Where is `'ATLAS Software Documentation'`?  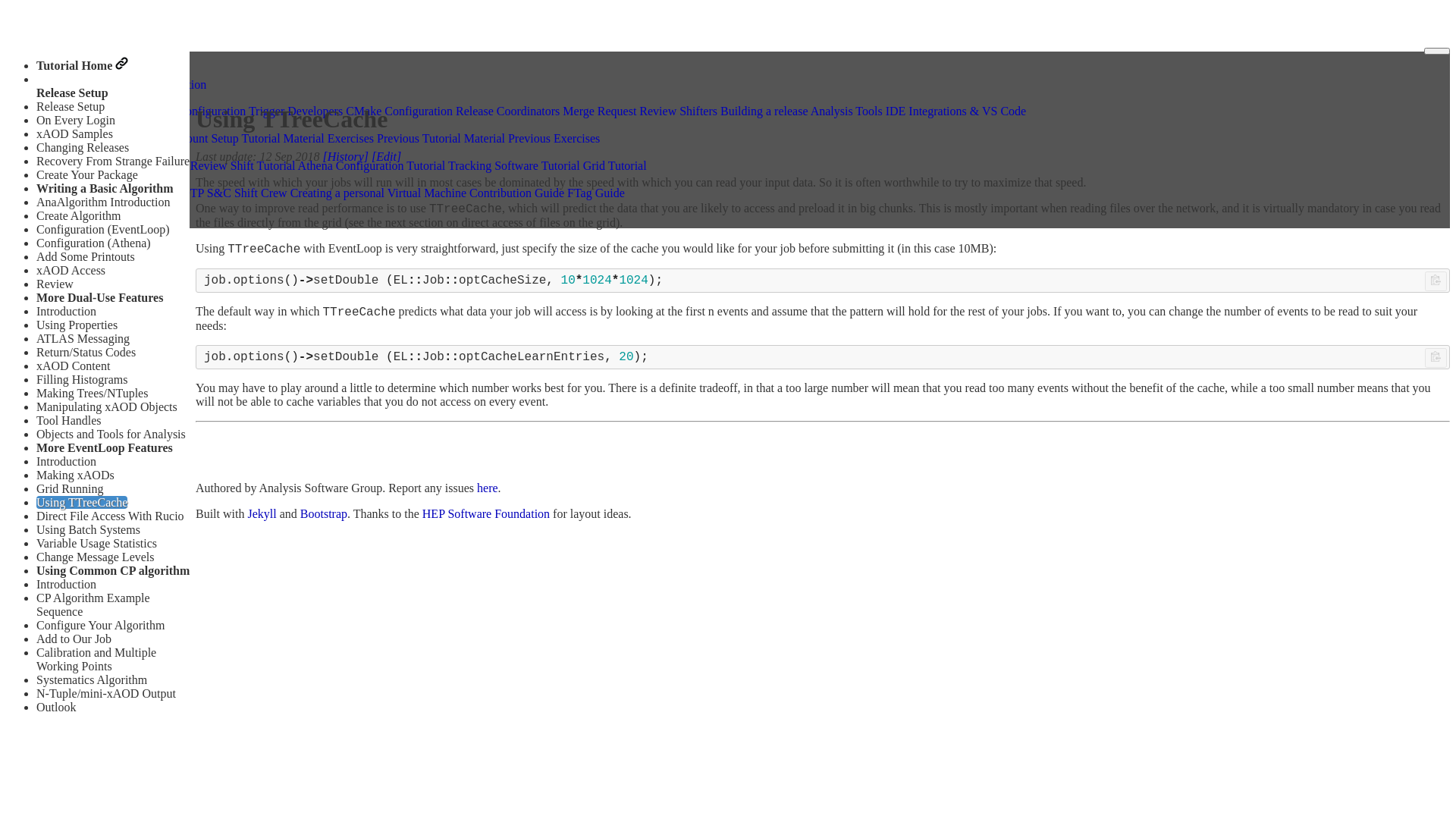
'ATLAS Software Documentation' is located at coordinates (43, 83).